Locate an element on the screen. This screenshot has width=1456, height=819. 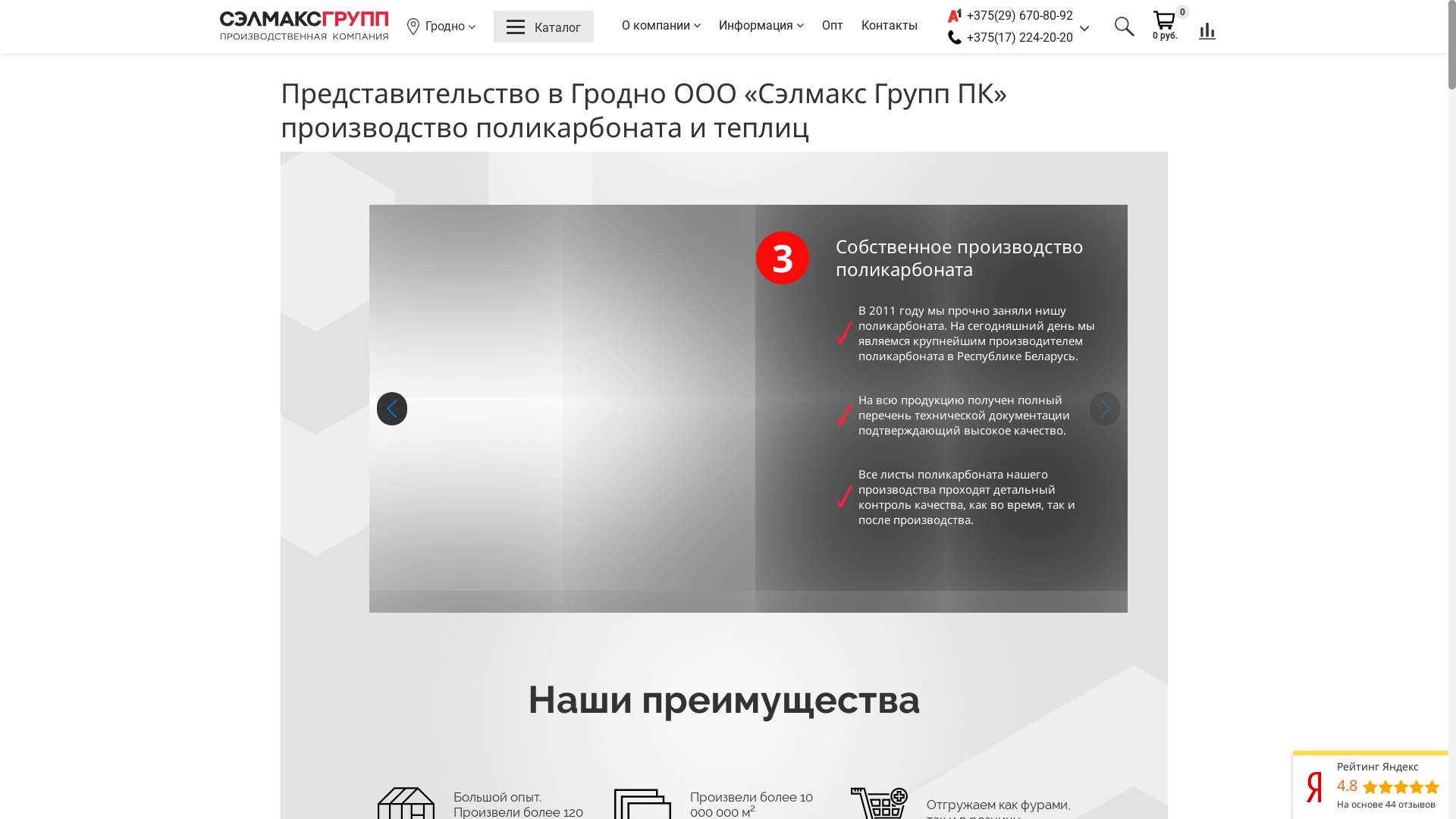
'+375(17) 224-20-20' is located at coordinates (1019, 36).